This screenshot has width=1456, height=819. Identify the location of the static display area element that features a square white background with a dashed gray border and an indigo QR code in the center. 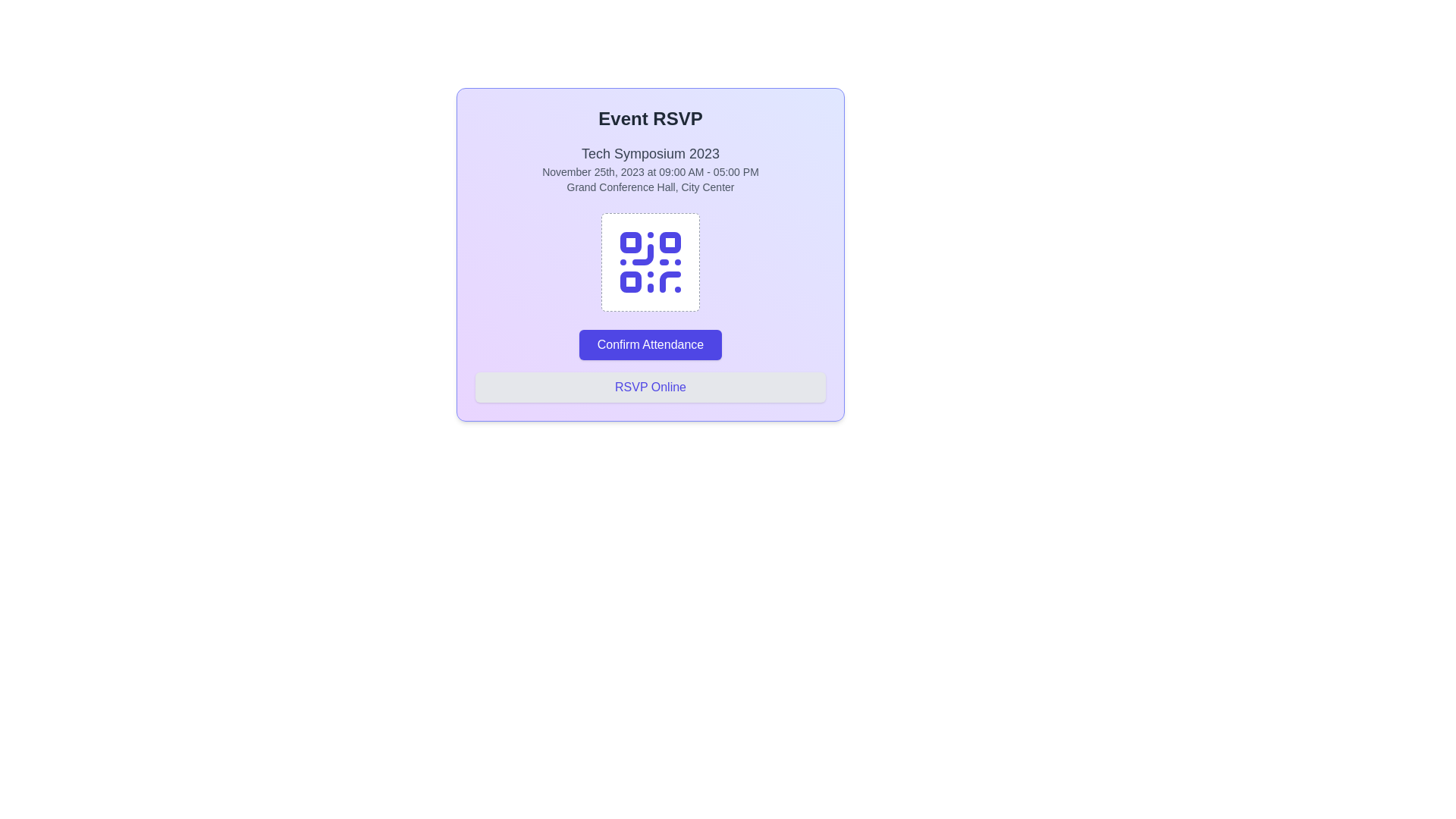
(651, 262).